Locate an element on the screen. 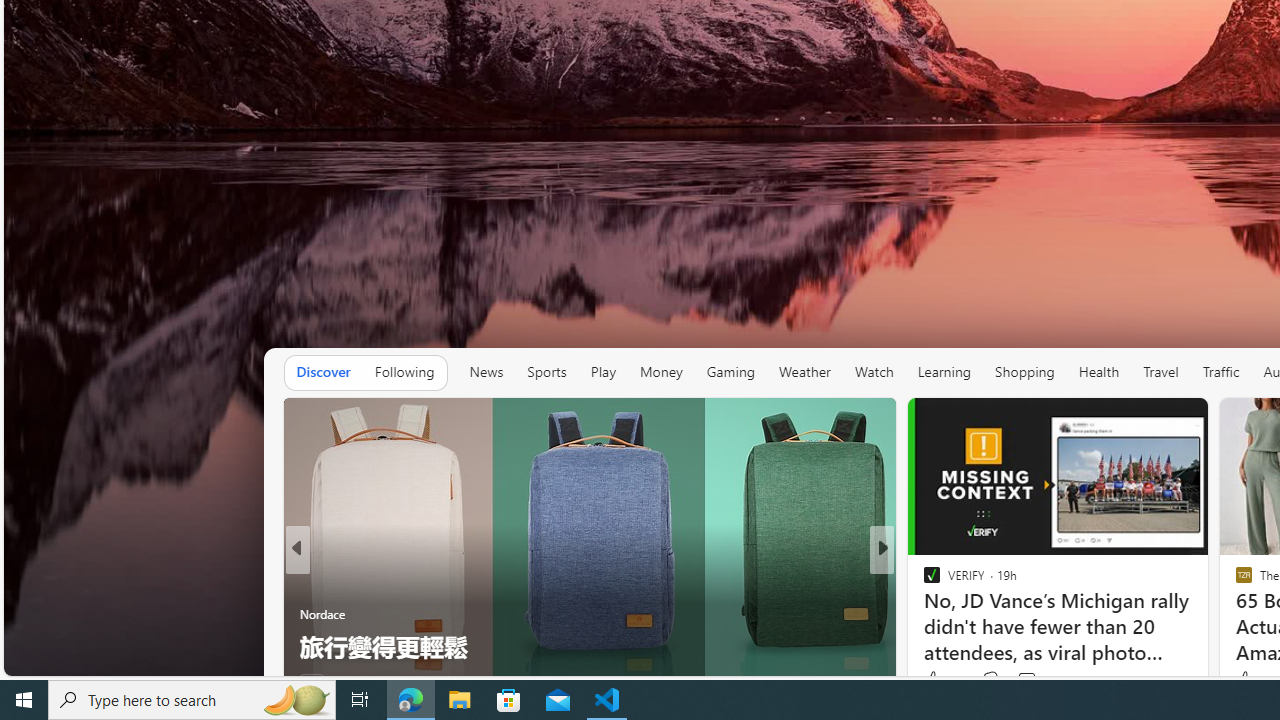 The image size is (1280, 720). 'Gaming' is located at coordinates (729, 371).